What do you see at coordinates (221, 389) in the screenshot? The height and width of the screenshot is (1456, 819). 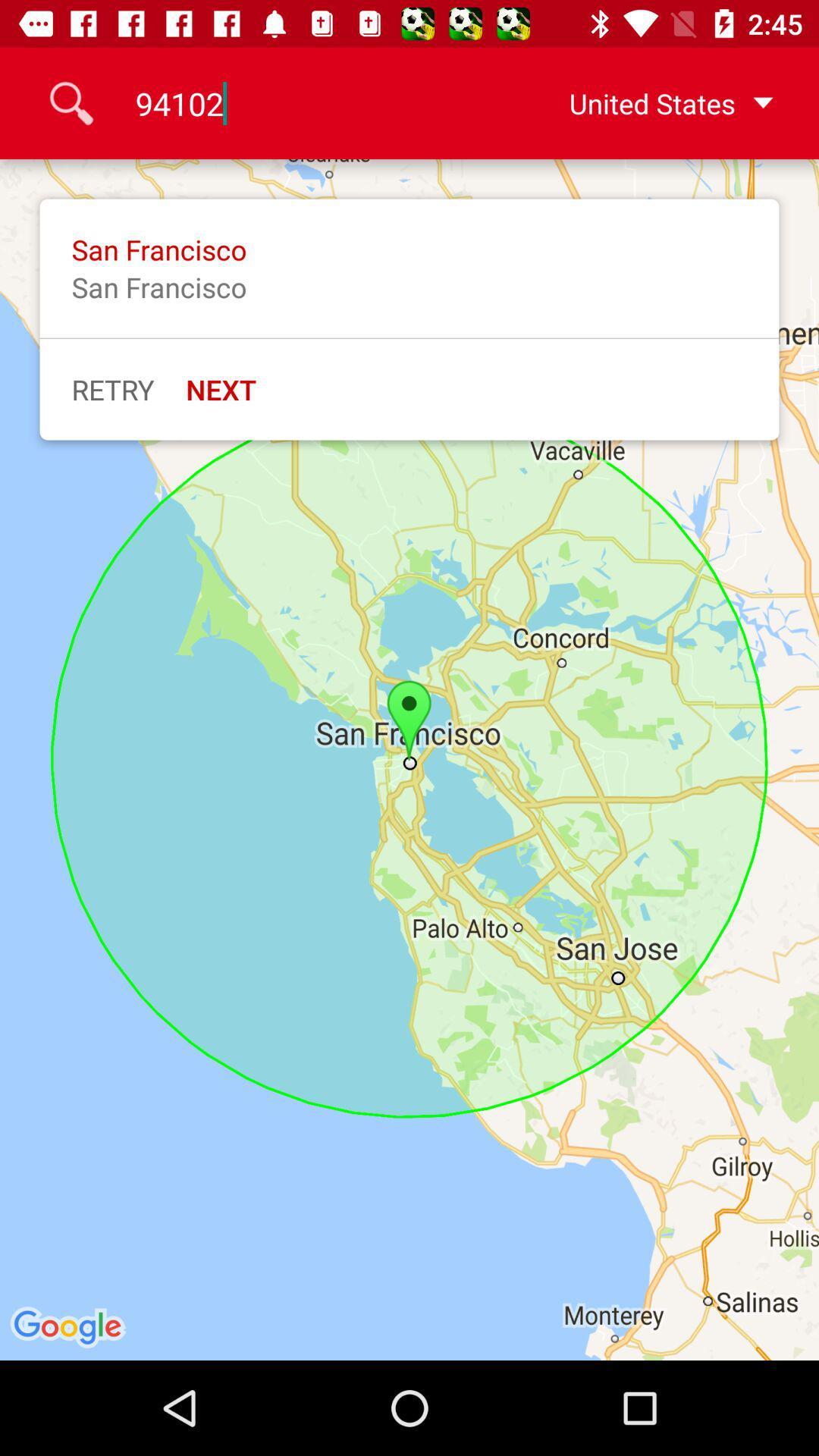 I see `next` at bounding box center [221, 389].